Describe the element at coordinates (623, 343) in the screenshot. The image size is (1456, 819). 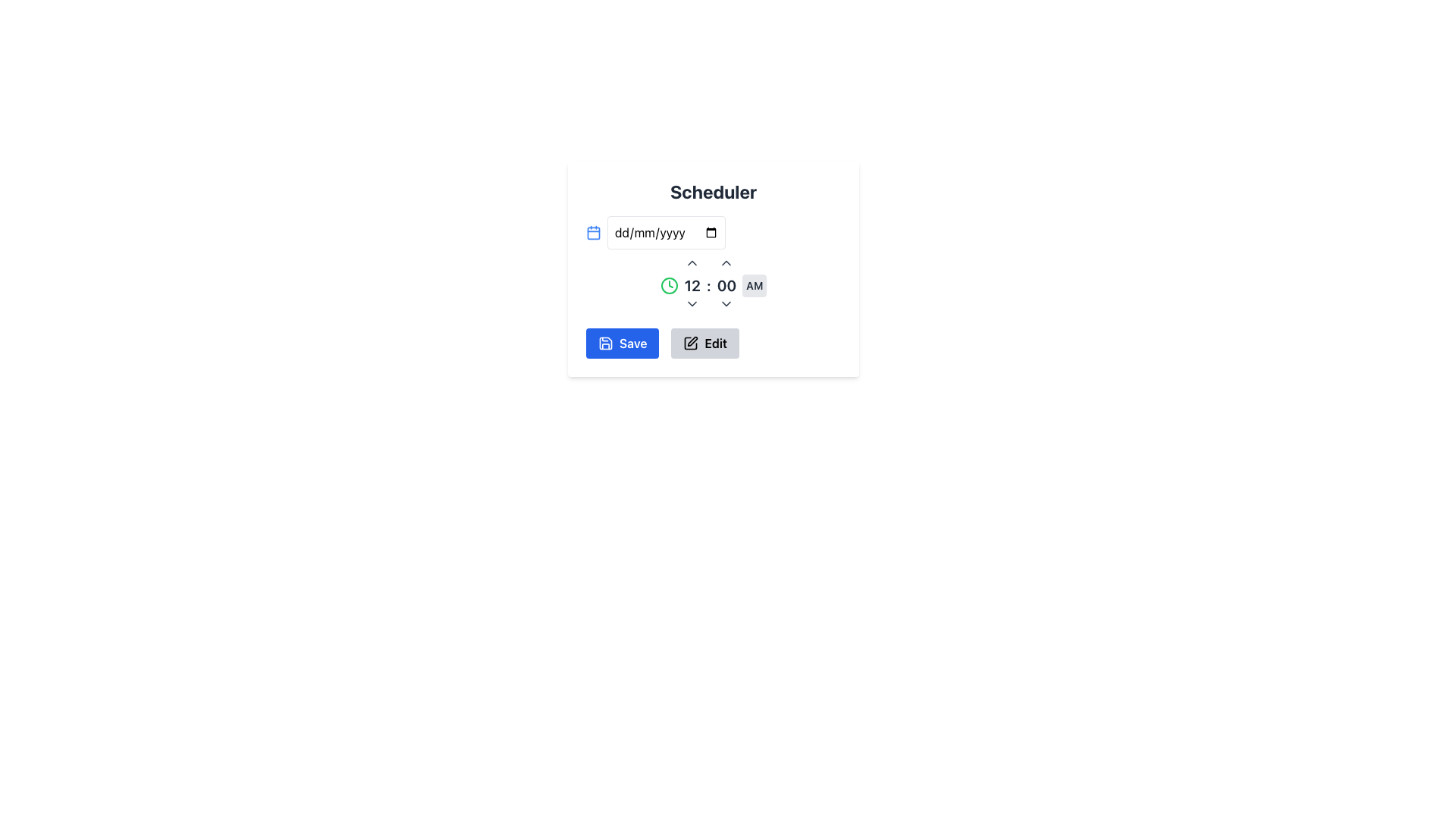
I see `the 'Save' button located at the top right corner of the scheduler interface` at that location.